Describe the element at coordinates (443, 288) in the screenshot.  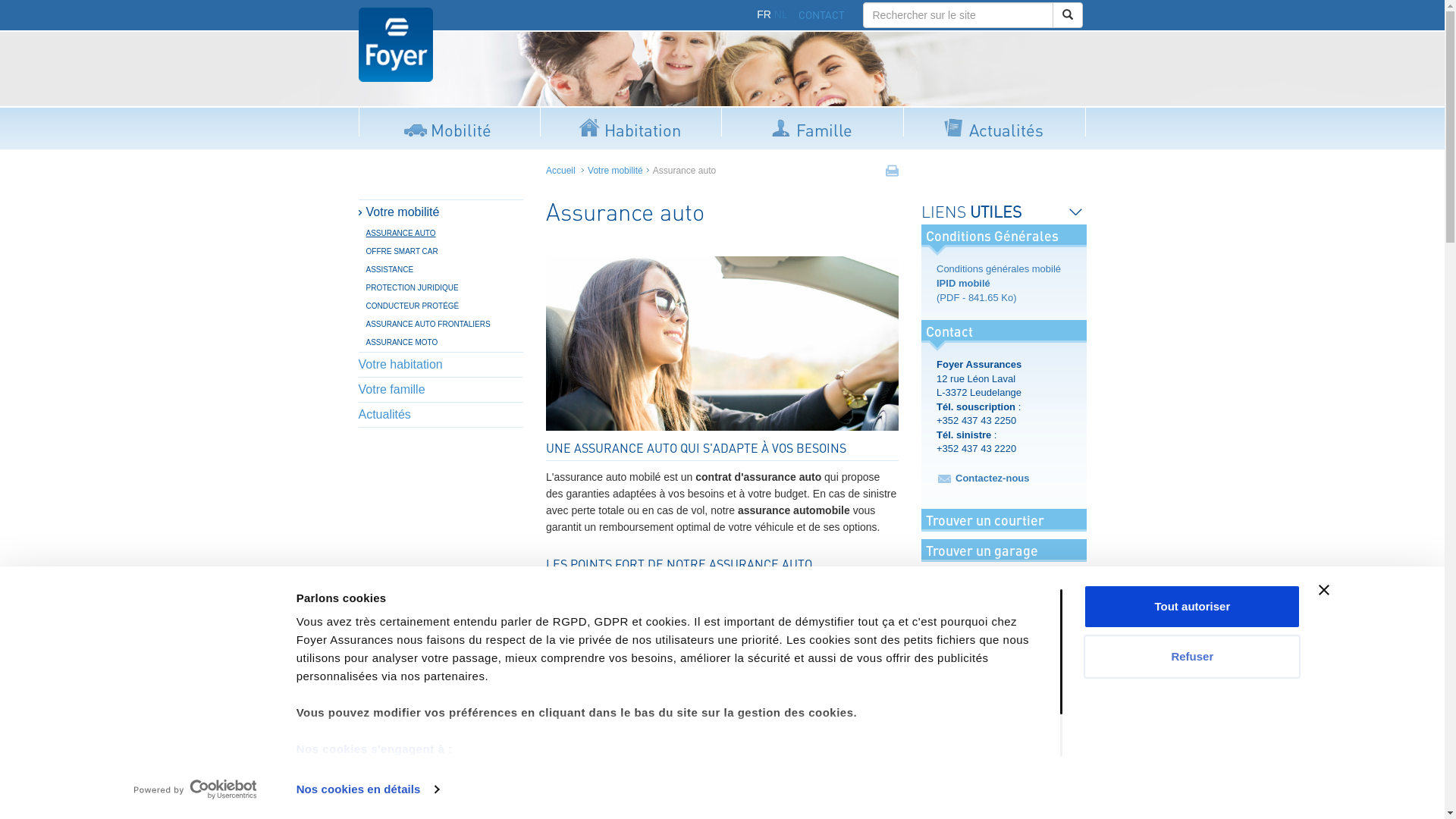
I see `'PROTECTION JURIDIQUE'` at that location.